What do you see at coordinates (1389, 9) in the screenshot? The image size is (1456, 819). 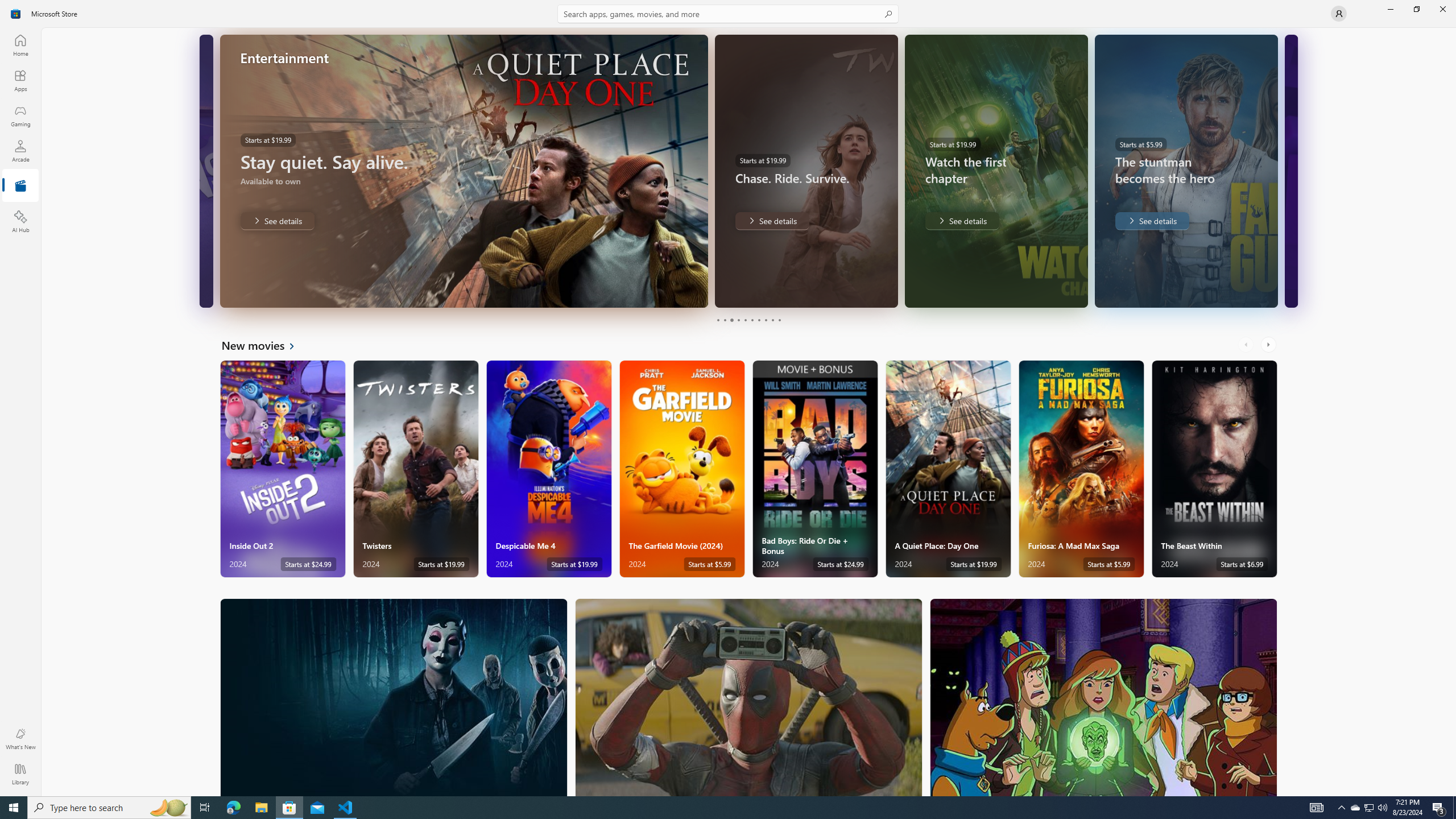 I see `'Minimize Microsoft Store'` at bounding box center [1389, 9].